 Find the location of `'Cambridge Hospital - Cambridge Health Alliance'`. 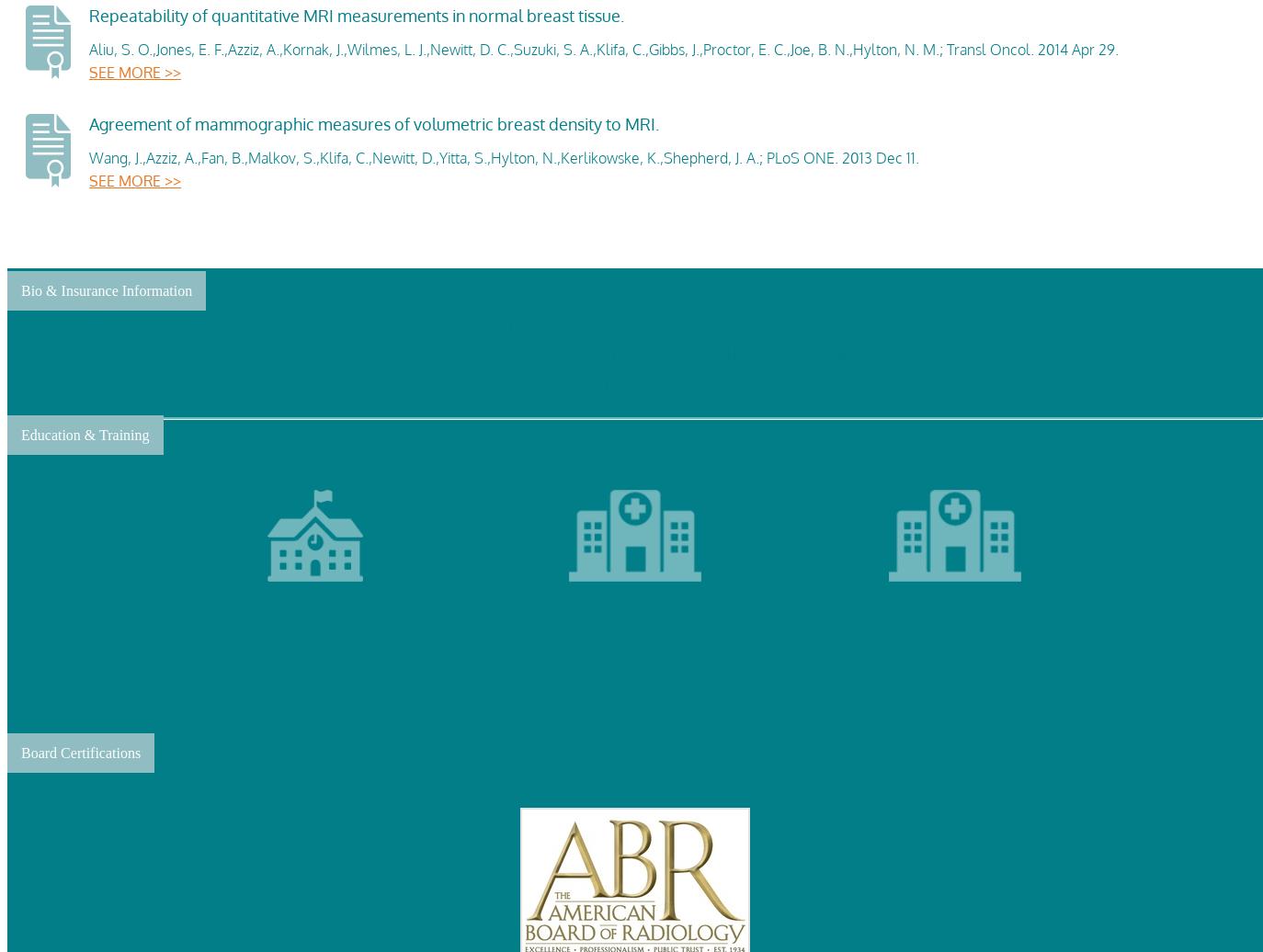

'Cambridge Hospital - Cambridge Health Alliance' is located at coordinates (633, 640).